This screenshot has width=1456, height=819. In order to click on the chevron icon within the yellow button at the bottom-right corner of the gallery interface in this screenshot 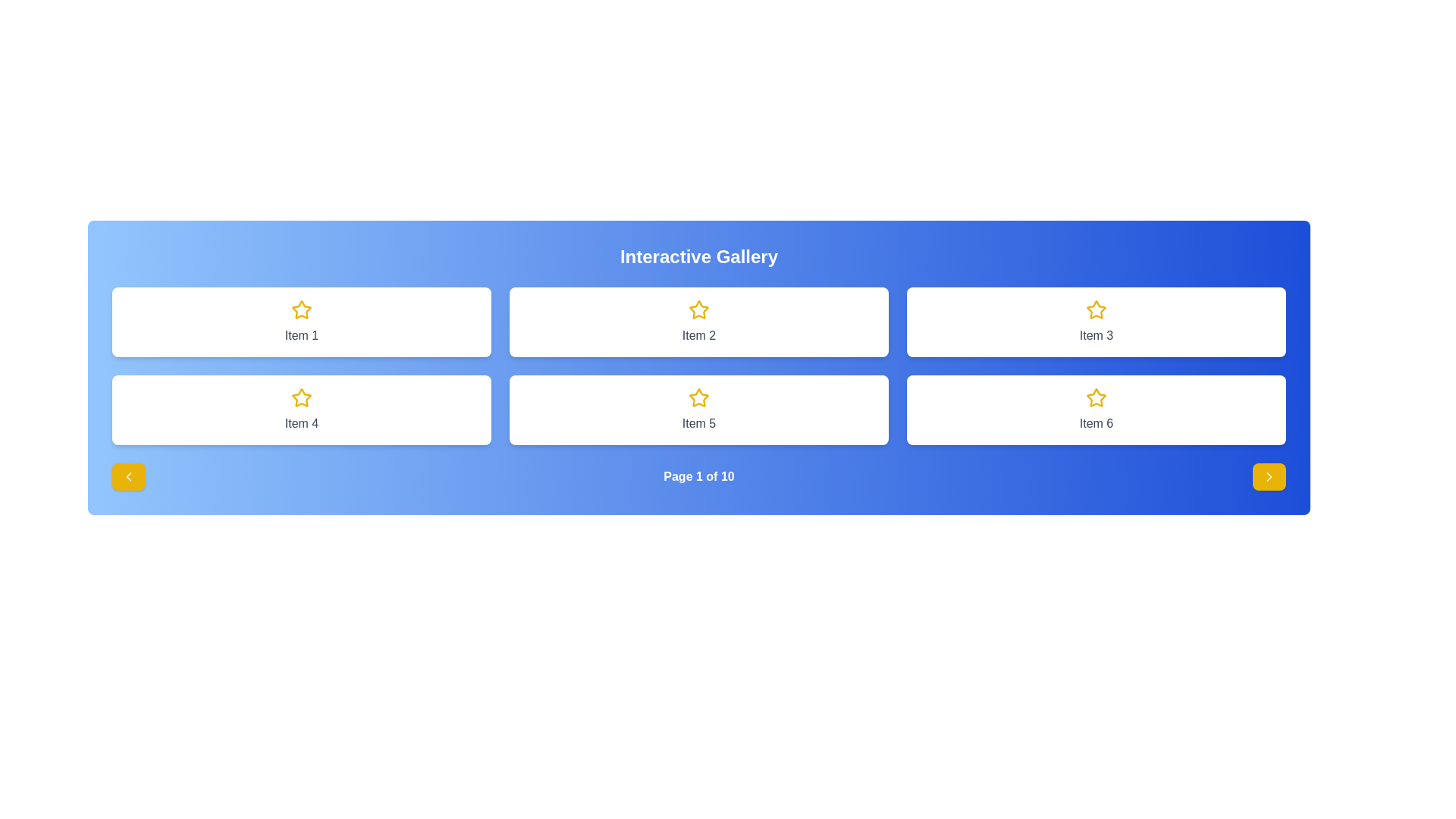, I will do `click(1269, 475)`.